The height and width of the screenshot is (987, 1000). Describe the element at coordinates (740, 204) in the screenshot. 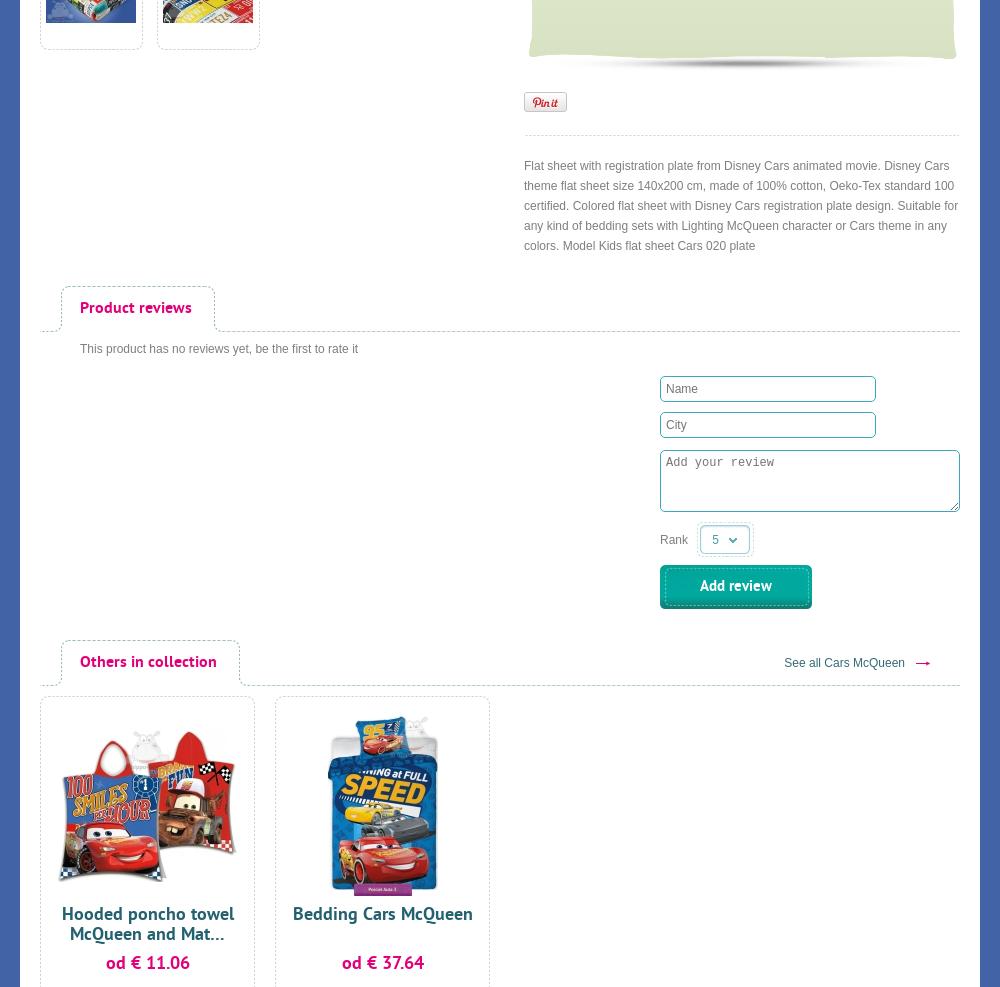

I see `'Flat sheet with registration plate from Disney Cars animated movie. Disney Cars theme flat sheet size 140x200 cm, made of 100% cotton, Oeko-Tex standard 100 certified. Colored flat sheet with Disney Cars registration plate design. Suitable for any kind of bedding sets with Lighting McQueen character or Cars theme in any colors. Model Kids flat sheet Cars 020 plate'` at that location.